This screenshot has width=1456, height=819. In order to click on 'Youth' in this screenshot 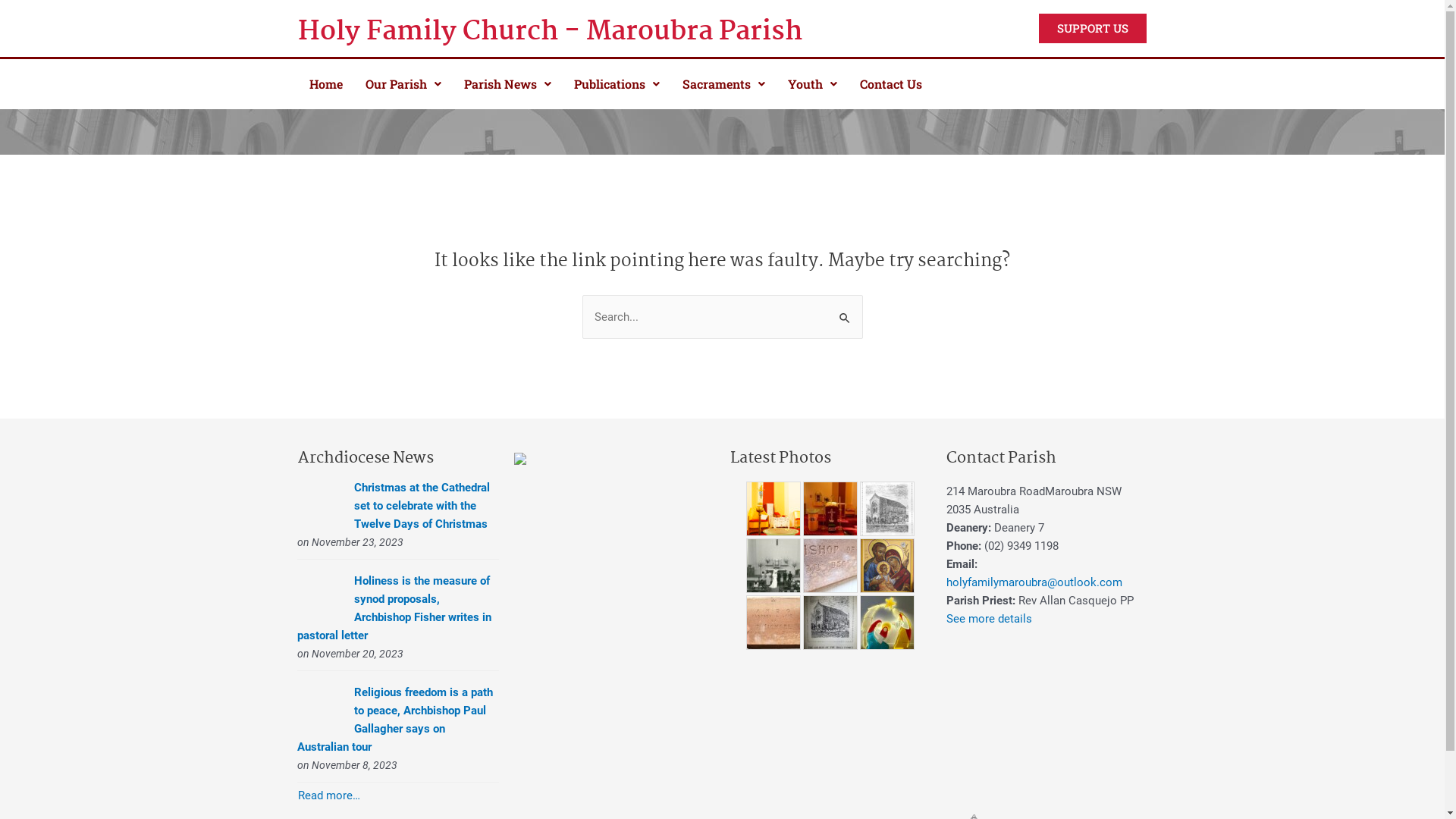, I will do `click(811, 84)`.